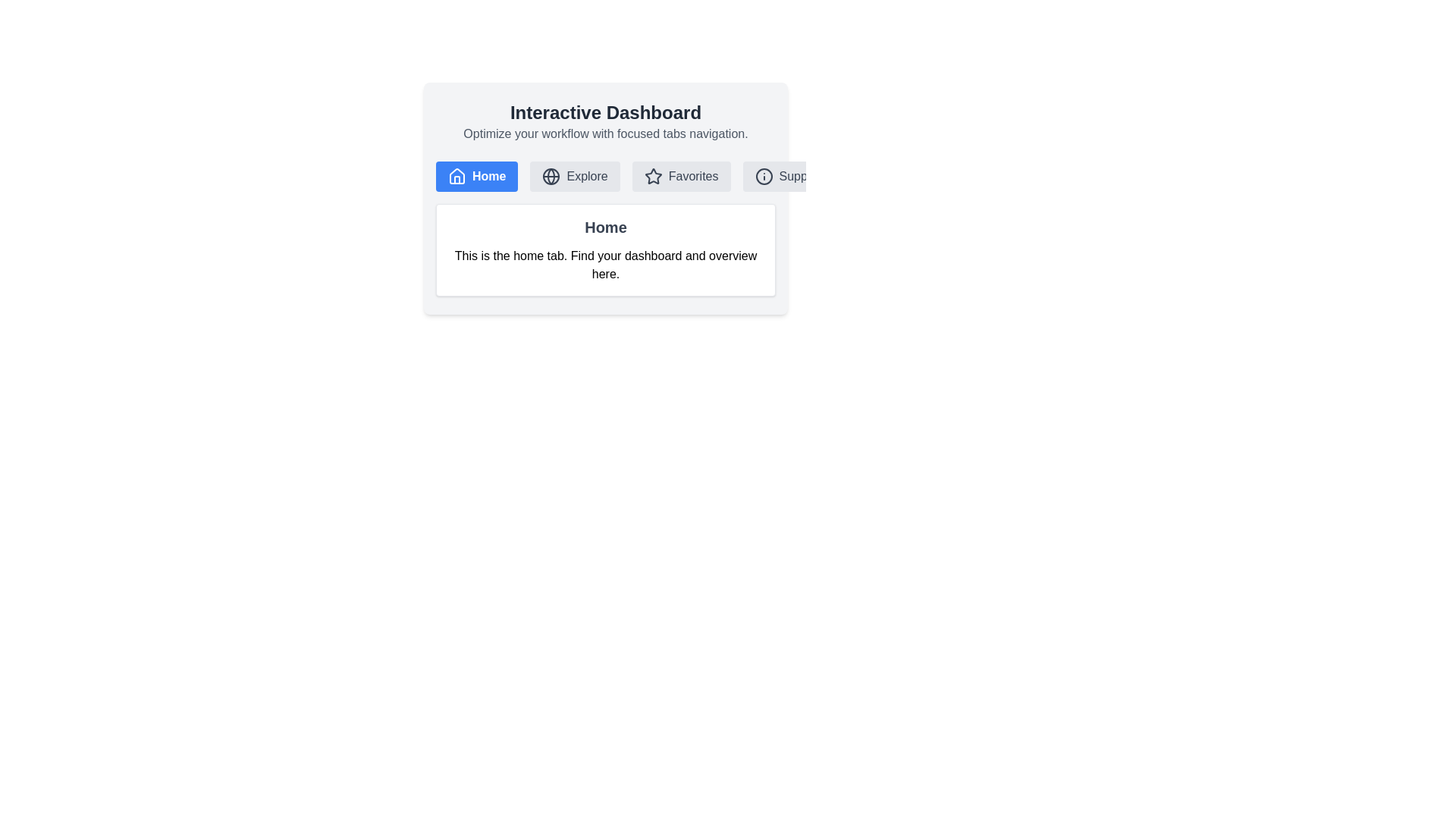  I want to click on the tab labeled Home to switch to it, so click(475, 175).